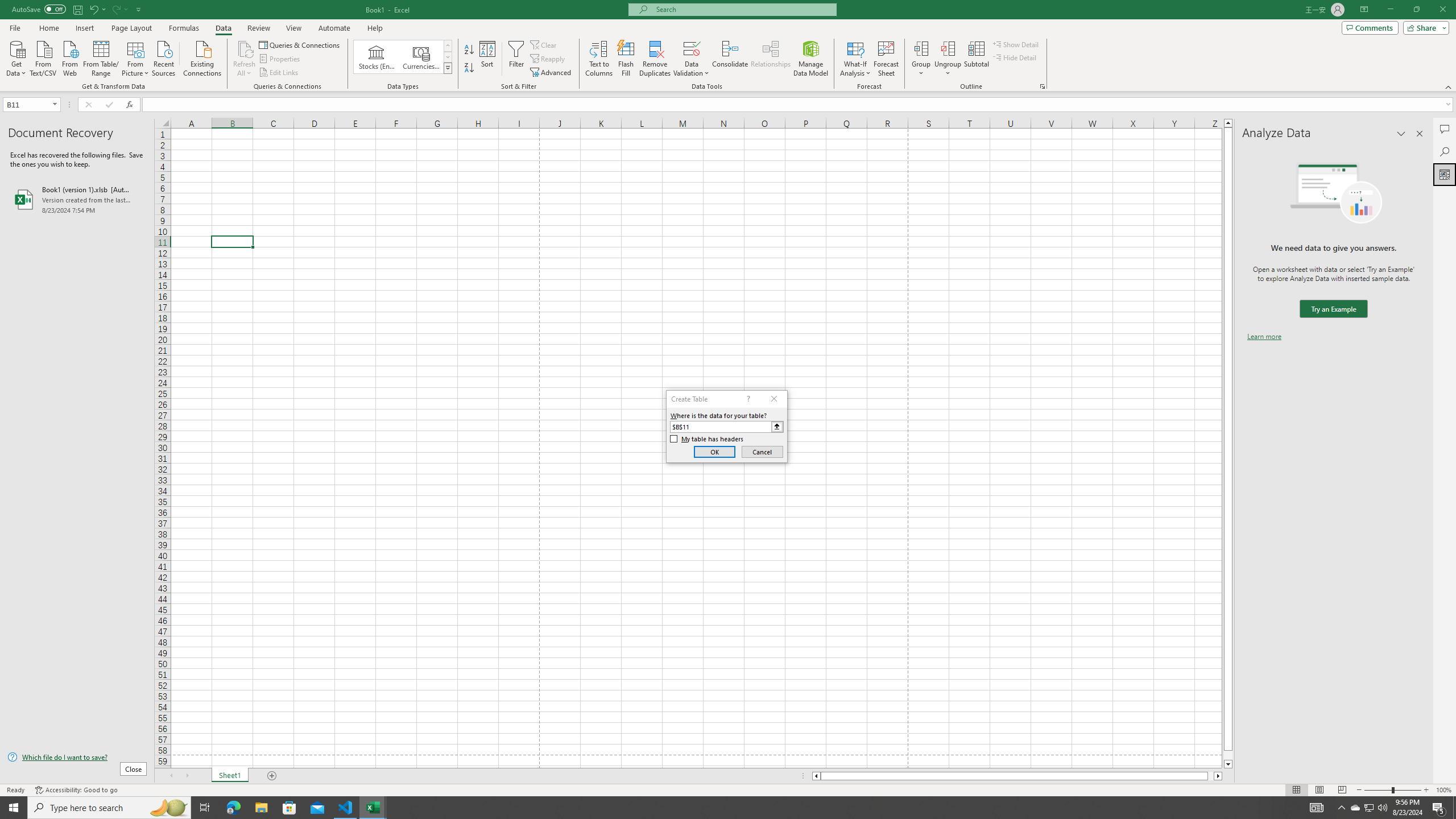 Image resolution: width=1456 pixels, height=819 pixels. I want to click on 'Column right', so click(1218, 775).